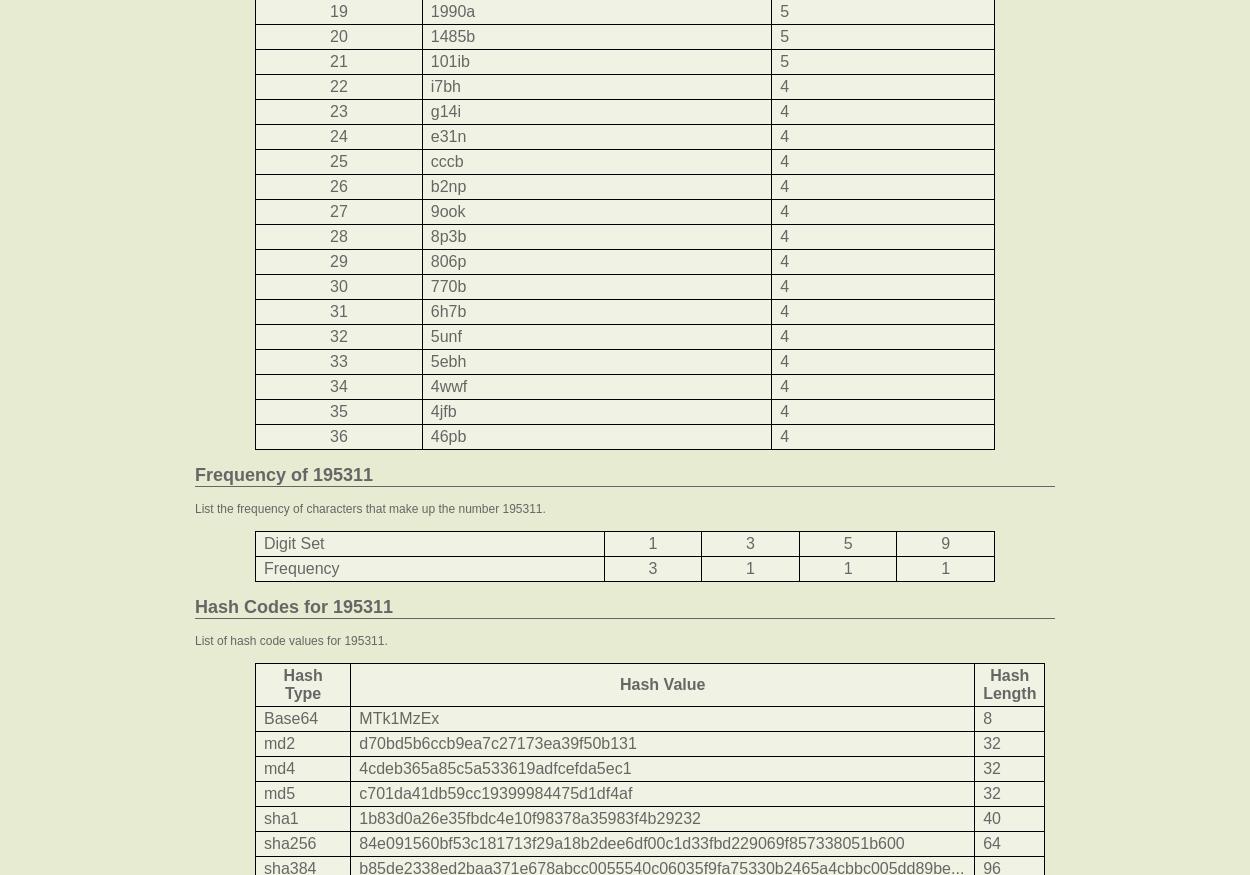 This screenshot has height=875, width=1250. Describe the element at coordinates (336, 111) in the screenshot. I see `'23'` at that location.